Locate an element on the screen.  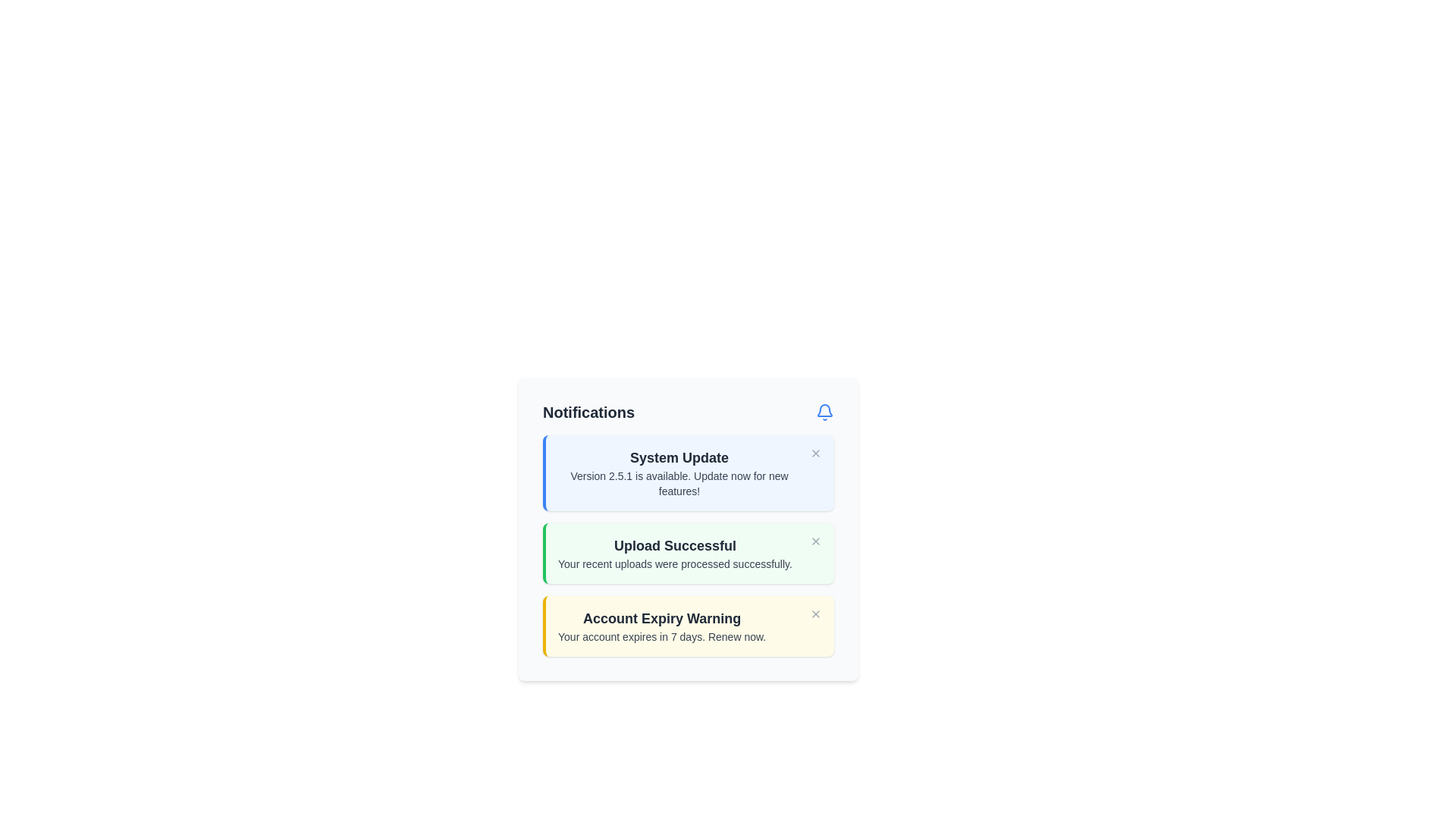
the text label displaying 'System Update', which is styled in large, bold gray font and is located at the top of the notification card is located at coordinates (679, 457).